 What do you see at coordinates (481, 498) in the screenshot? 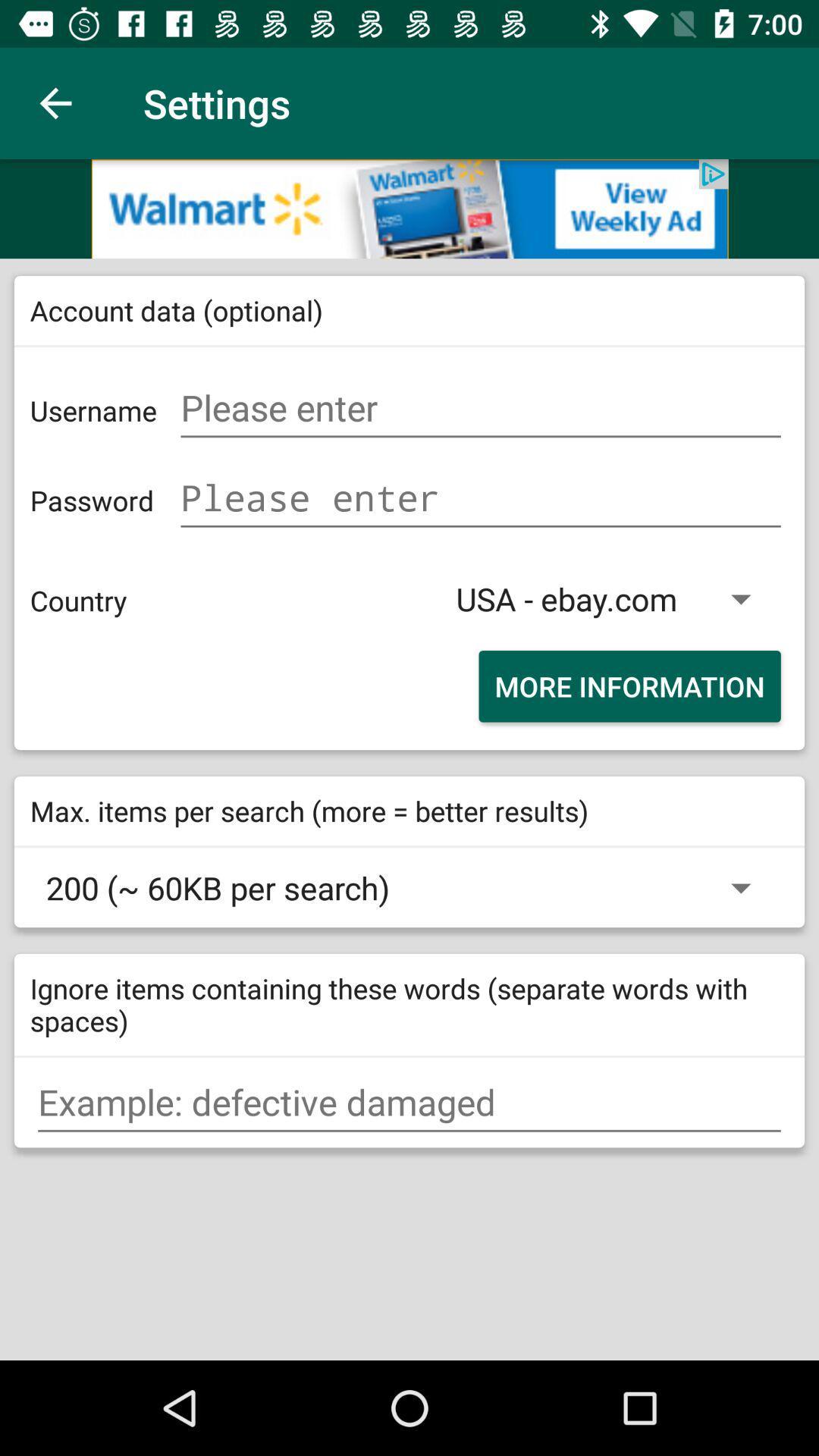
I see `password option` at bounding box center [481, 498].